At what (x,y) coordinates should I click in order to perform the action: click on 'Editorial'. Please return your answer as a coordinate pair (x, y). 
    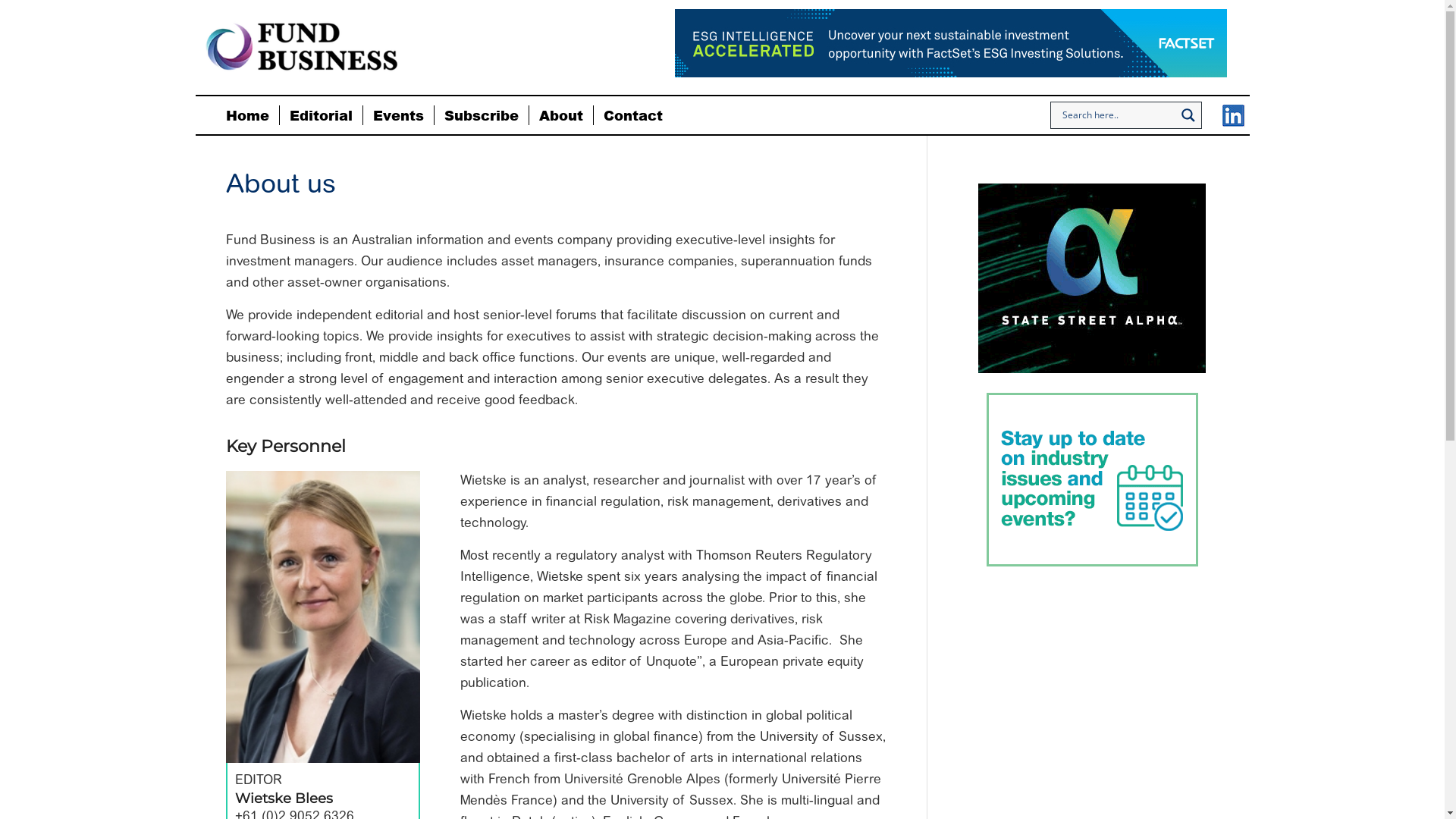
    Looking at the image, I should click on (319, 114).